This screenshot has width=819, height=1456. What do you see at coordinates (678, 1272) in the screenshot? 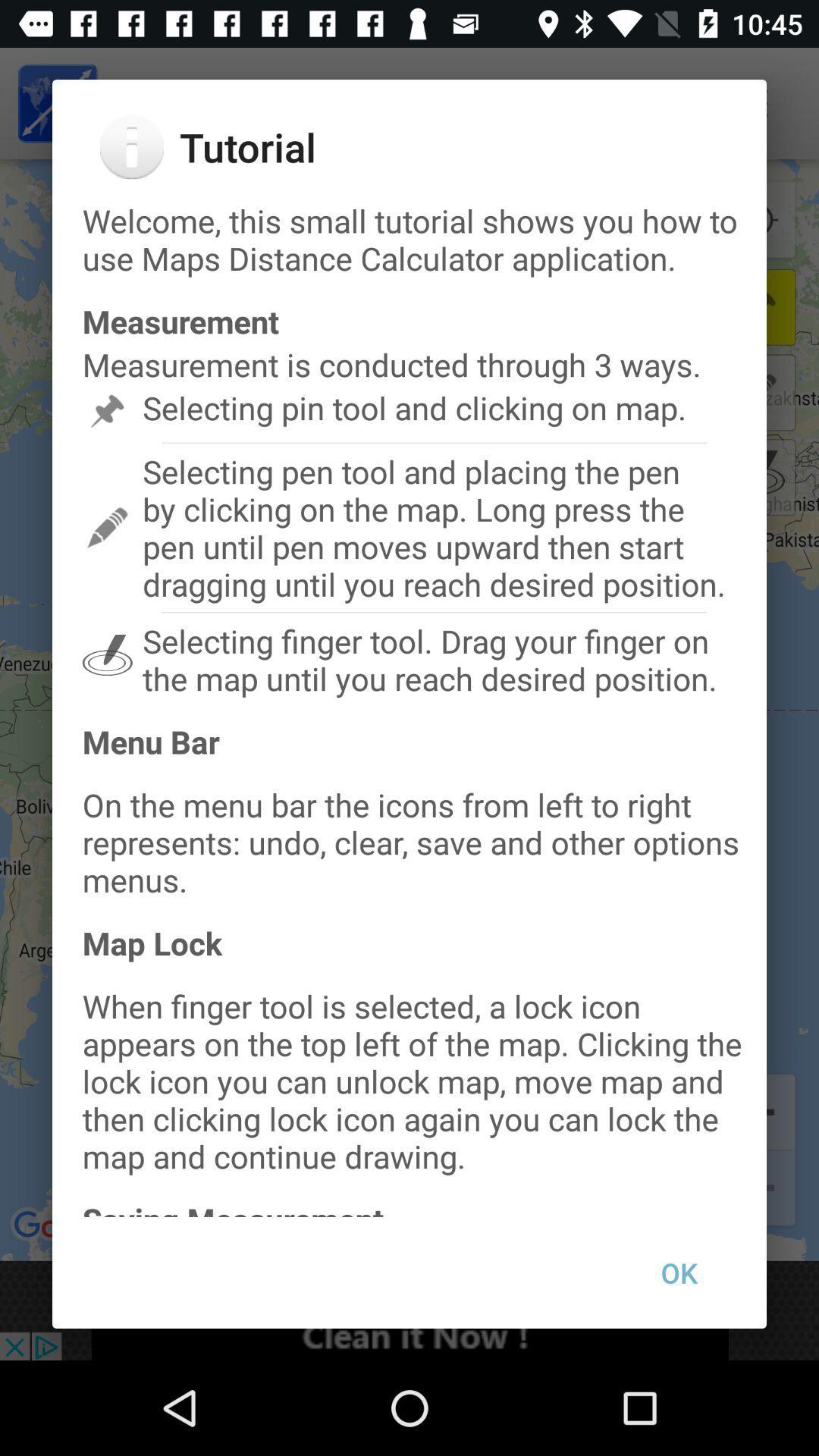
I see `ok at the bottom right corner` at bounding box center [678, 1272].